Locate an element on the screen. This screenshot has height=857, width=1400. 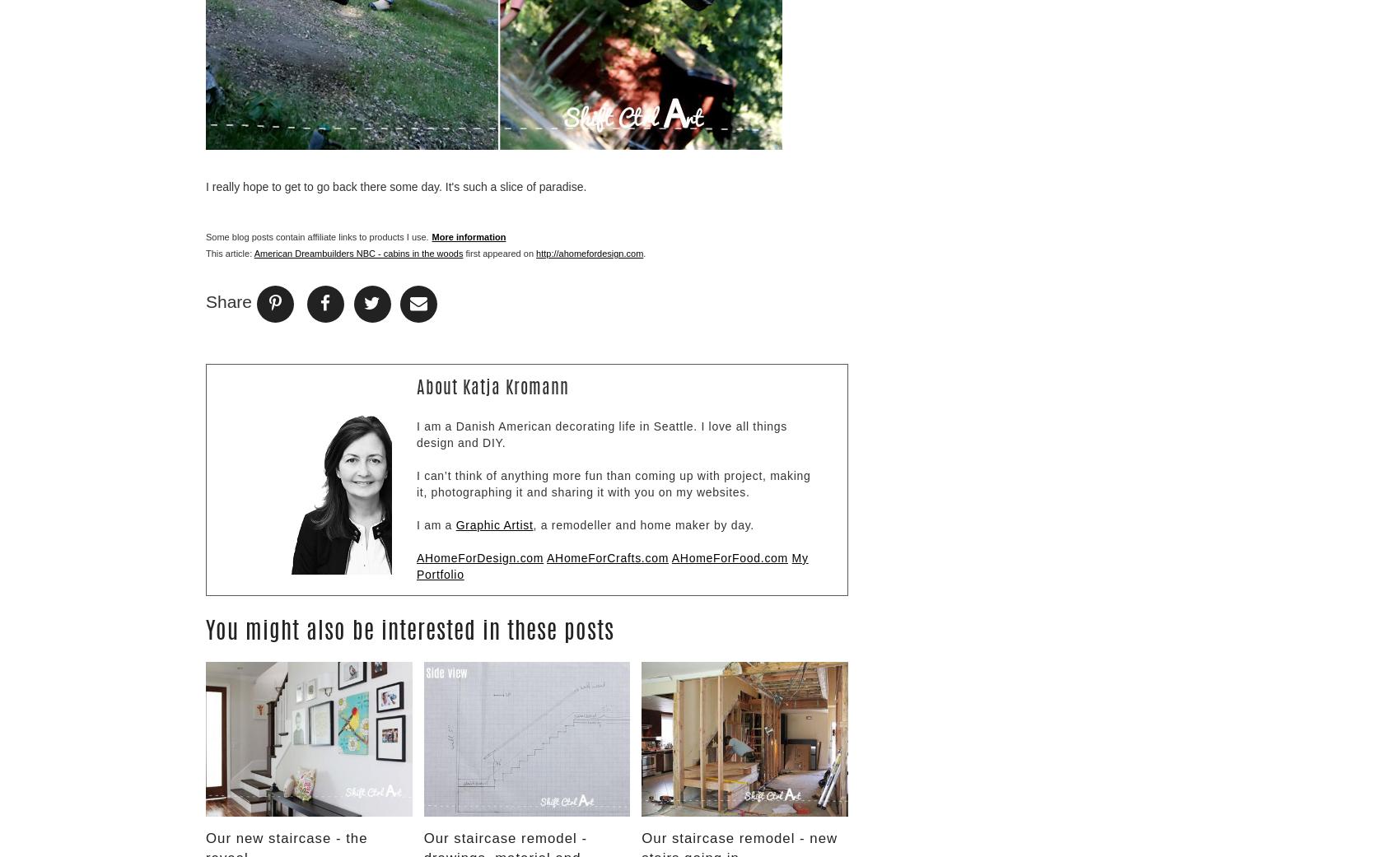
'Graphic Artist' is located at coordinates (492, 523).